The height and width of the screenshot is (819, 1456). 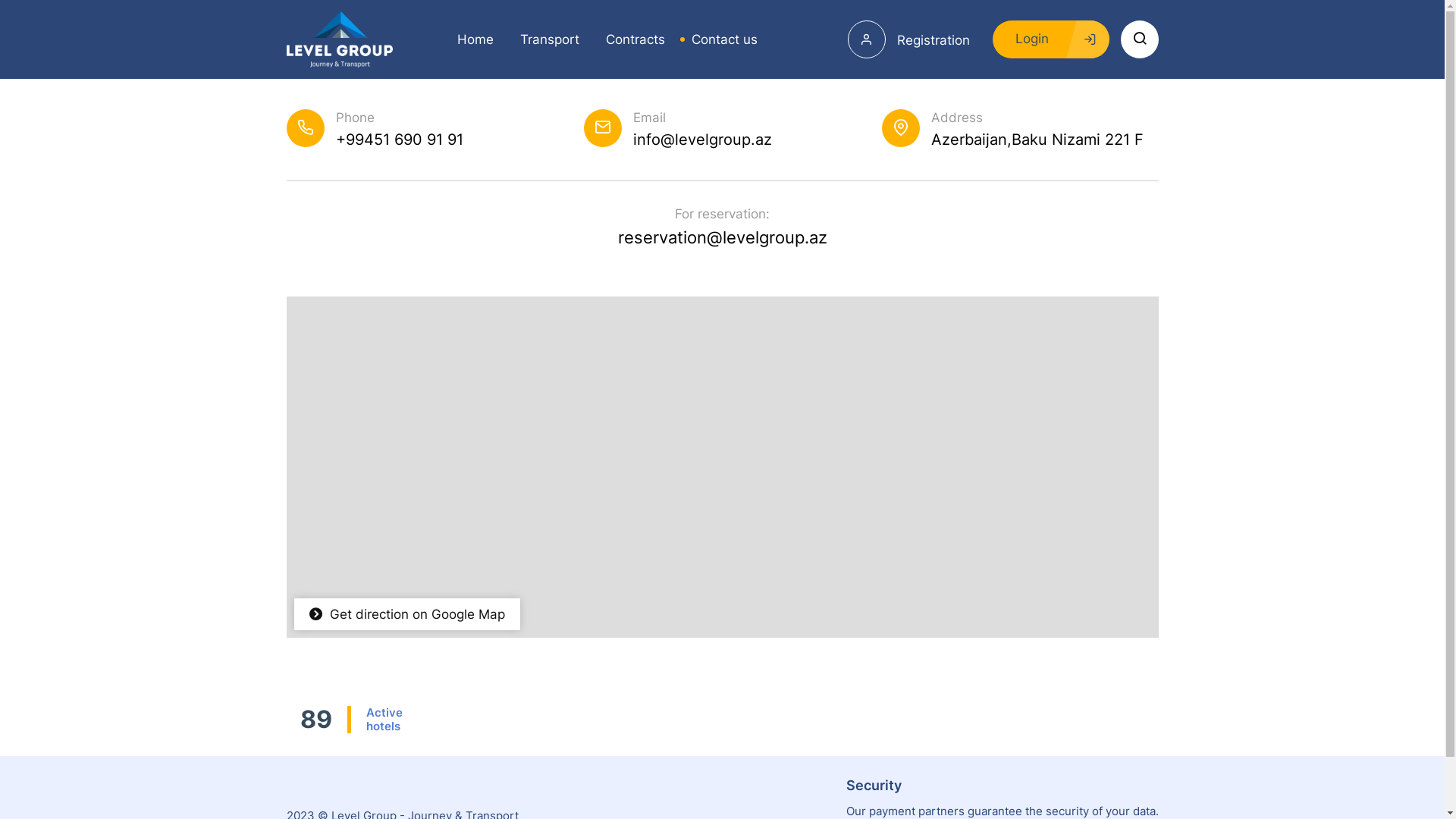 What do you see at coordinates (629, 38) in the screenshot?
I see `'Contracts'` at bounding box center [629, 38].